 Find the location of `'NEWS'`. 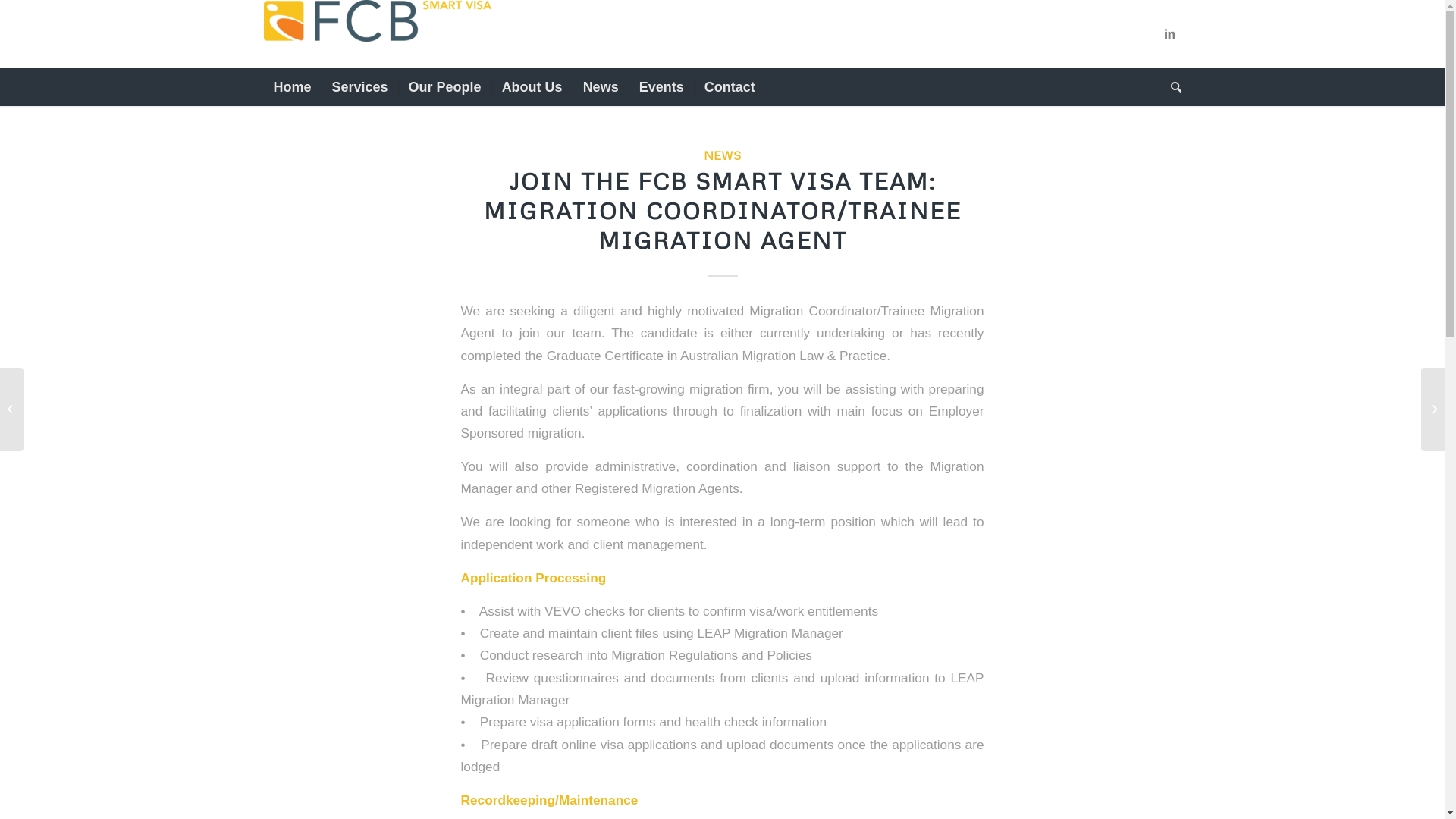

'NEWS' is located at coordinates (721, 155).